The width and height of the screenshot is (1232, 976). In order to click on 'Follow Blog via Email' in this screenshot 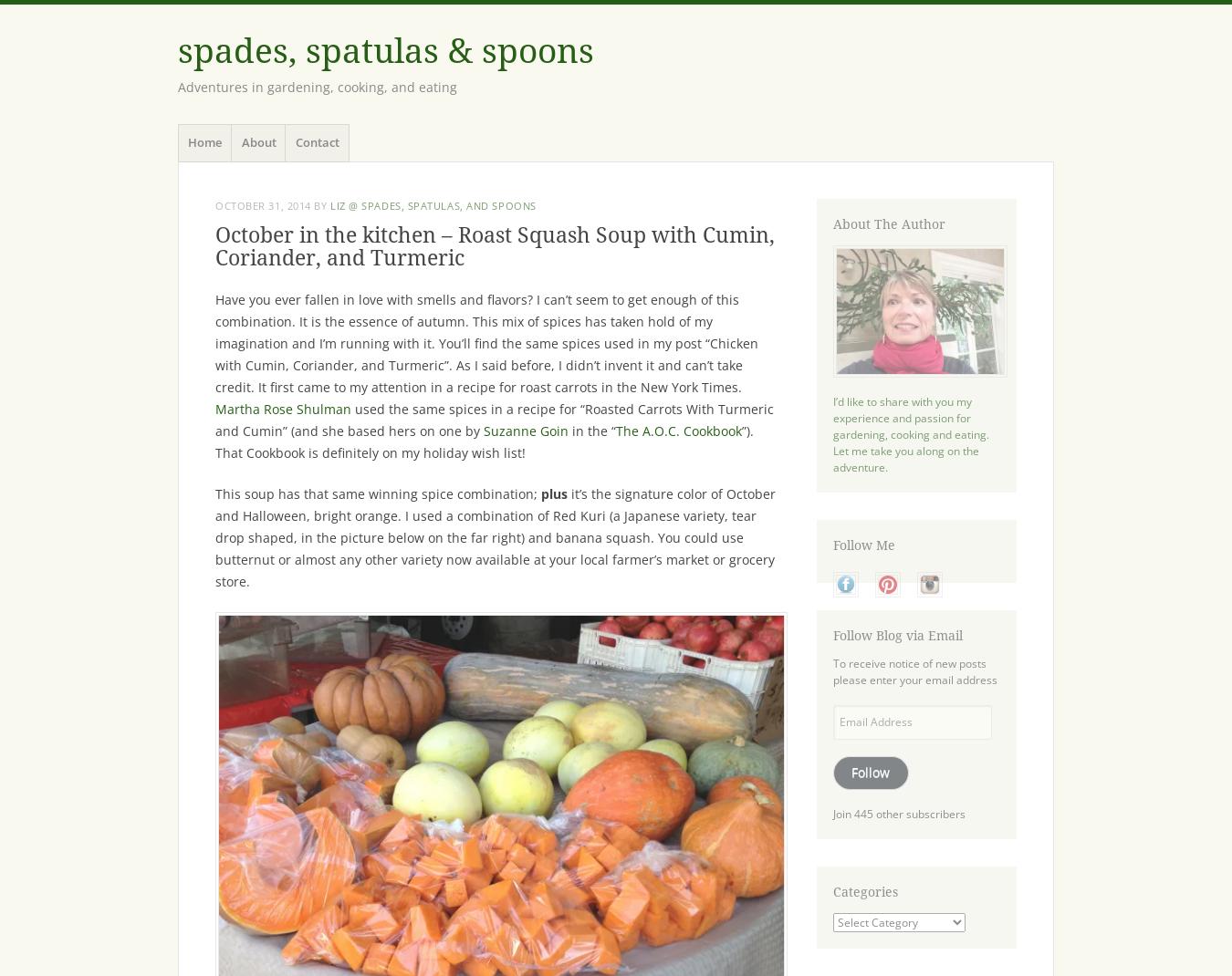, I will do `click(831, 635)`.